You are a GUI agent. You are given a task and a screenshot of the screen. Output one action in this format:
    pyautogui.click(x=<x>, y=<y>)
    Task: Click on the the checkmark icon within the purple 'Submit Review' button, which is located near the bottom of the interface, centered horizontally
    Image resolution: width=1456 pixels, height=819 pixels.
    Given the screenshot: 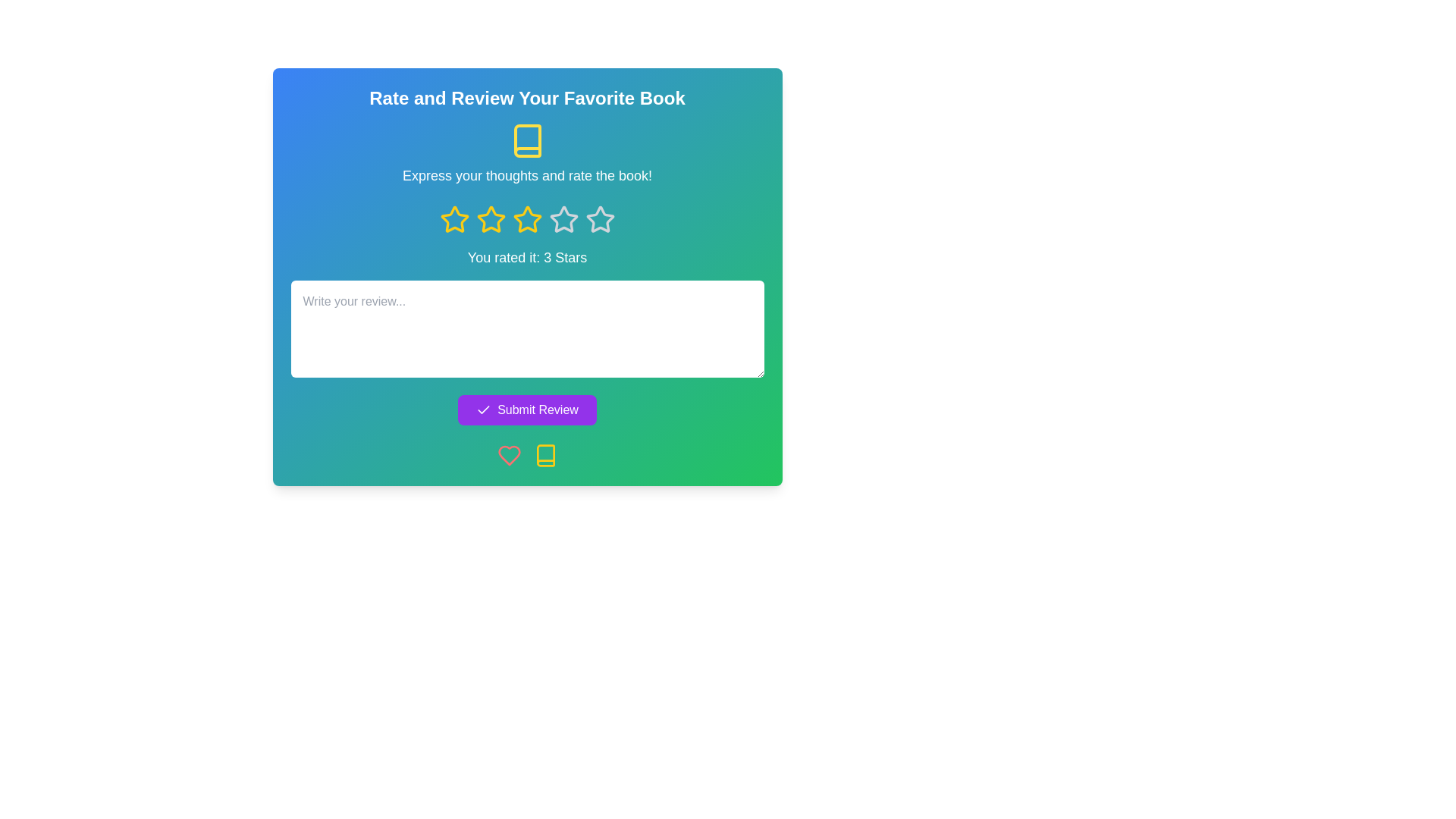 What is the action you would take?
    pyautogui.click(x=483, y=409)
    